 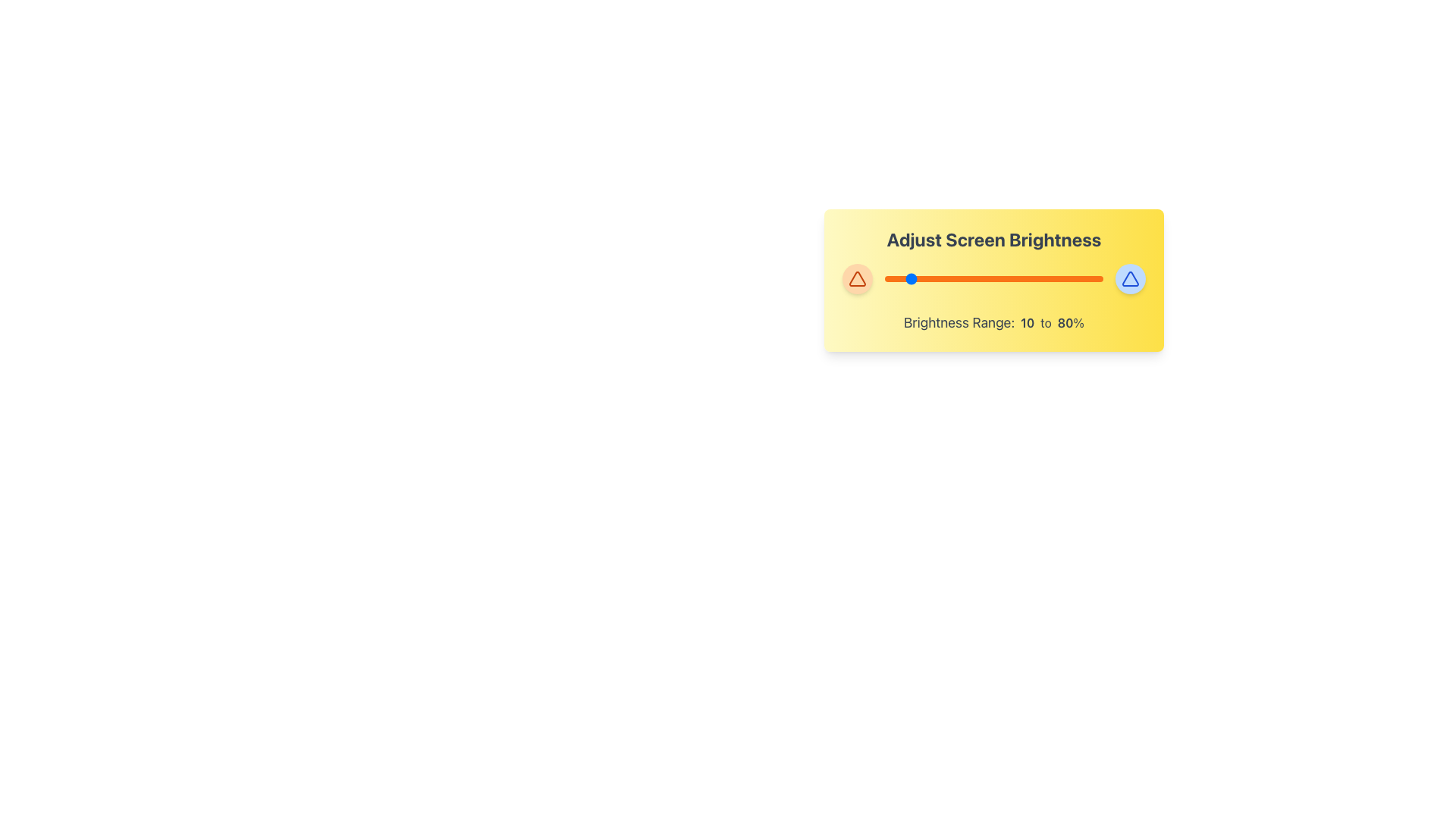 I want to click on the brightness, so click(x=1094, y=278).